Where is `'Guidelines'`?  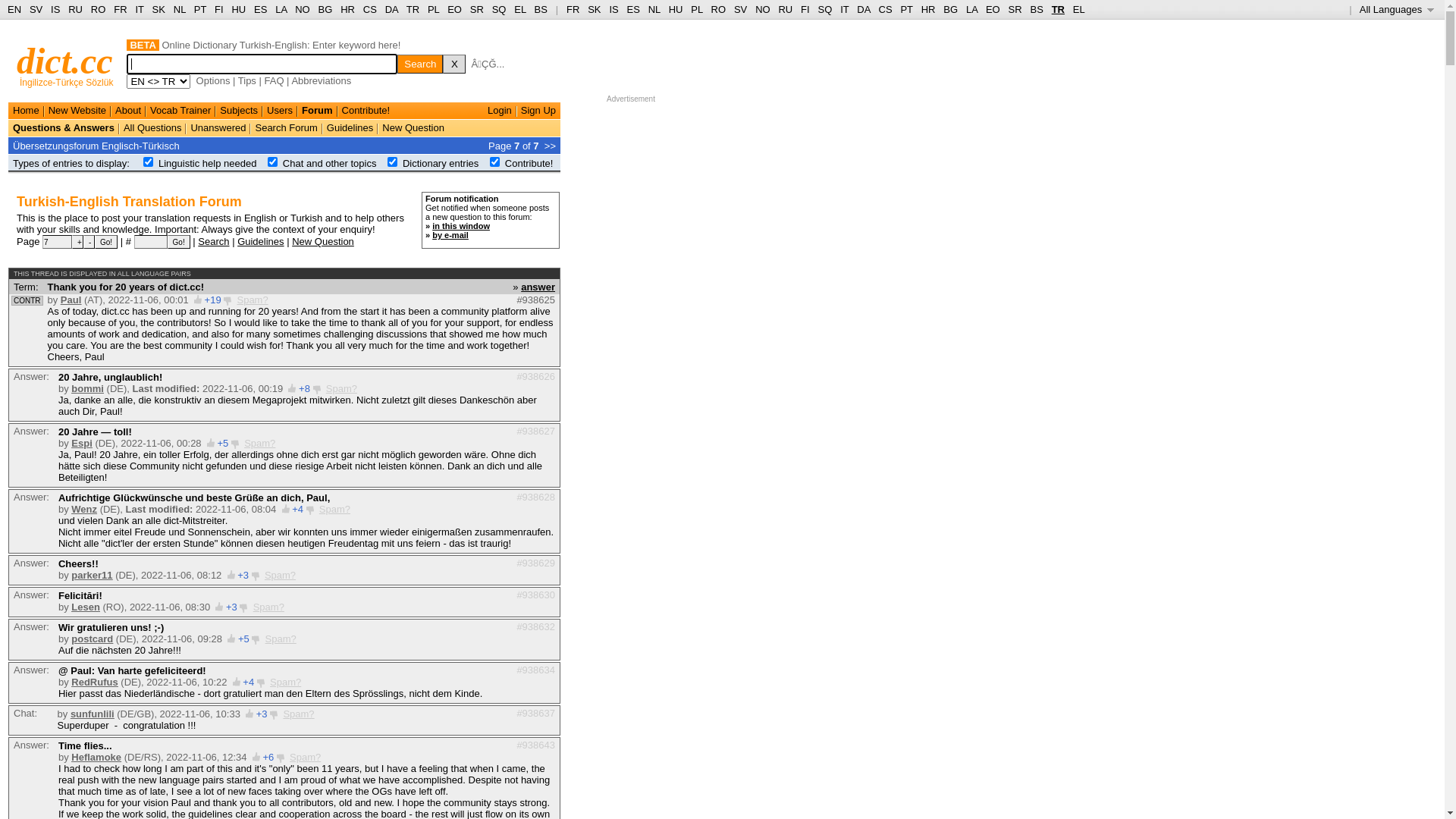
'Guidelines' is located at coordinates (260, 240).